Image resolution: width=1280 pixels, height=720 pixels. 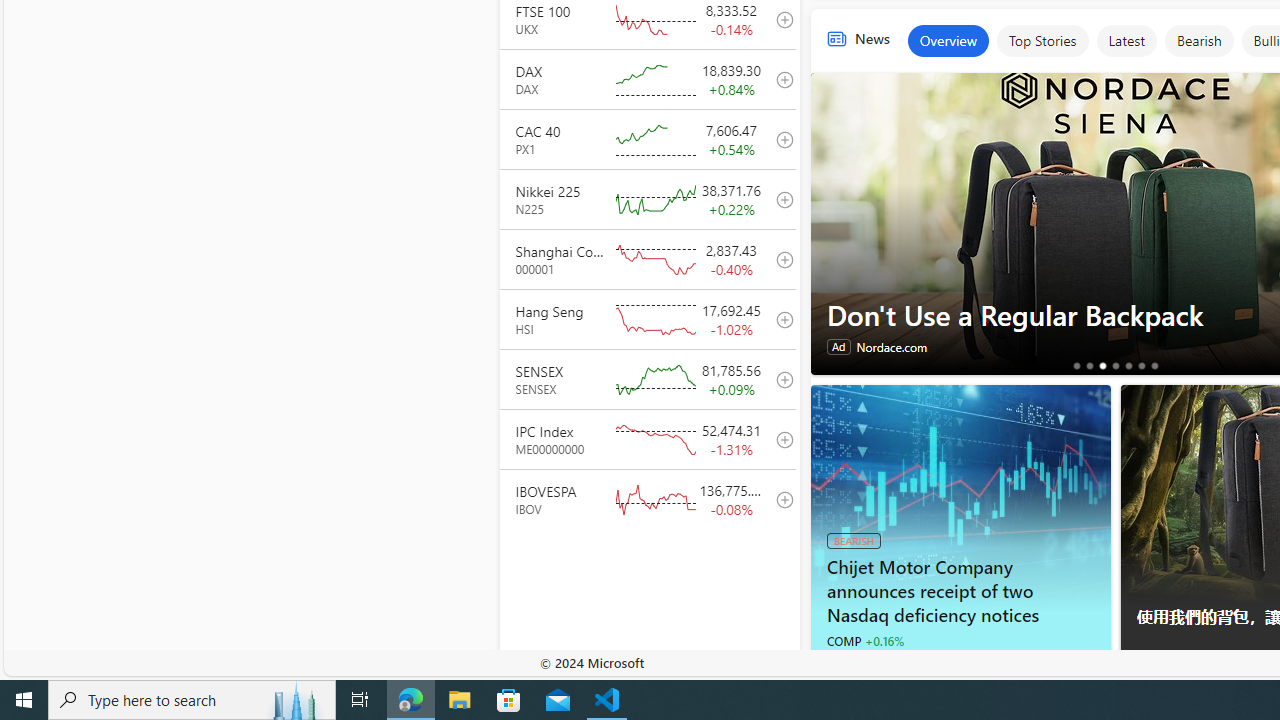 What do you see at coordinates (947, 41) in the screenshot?
I see `'Overview'` at bounding box center [947, 41].